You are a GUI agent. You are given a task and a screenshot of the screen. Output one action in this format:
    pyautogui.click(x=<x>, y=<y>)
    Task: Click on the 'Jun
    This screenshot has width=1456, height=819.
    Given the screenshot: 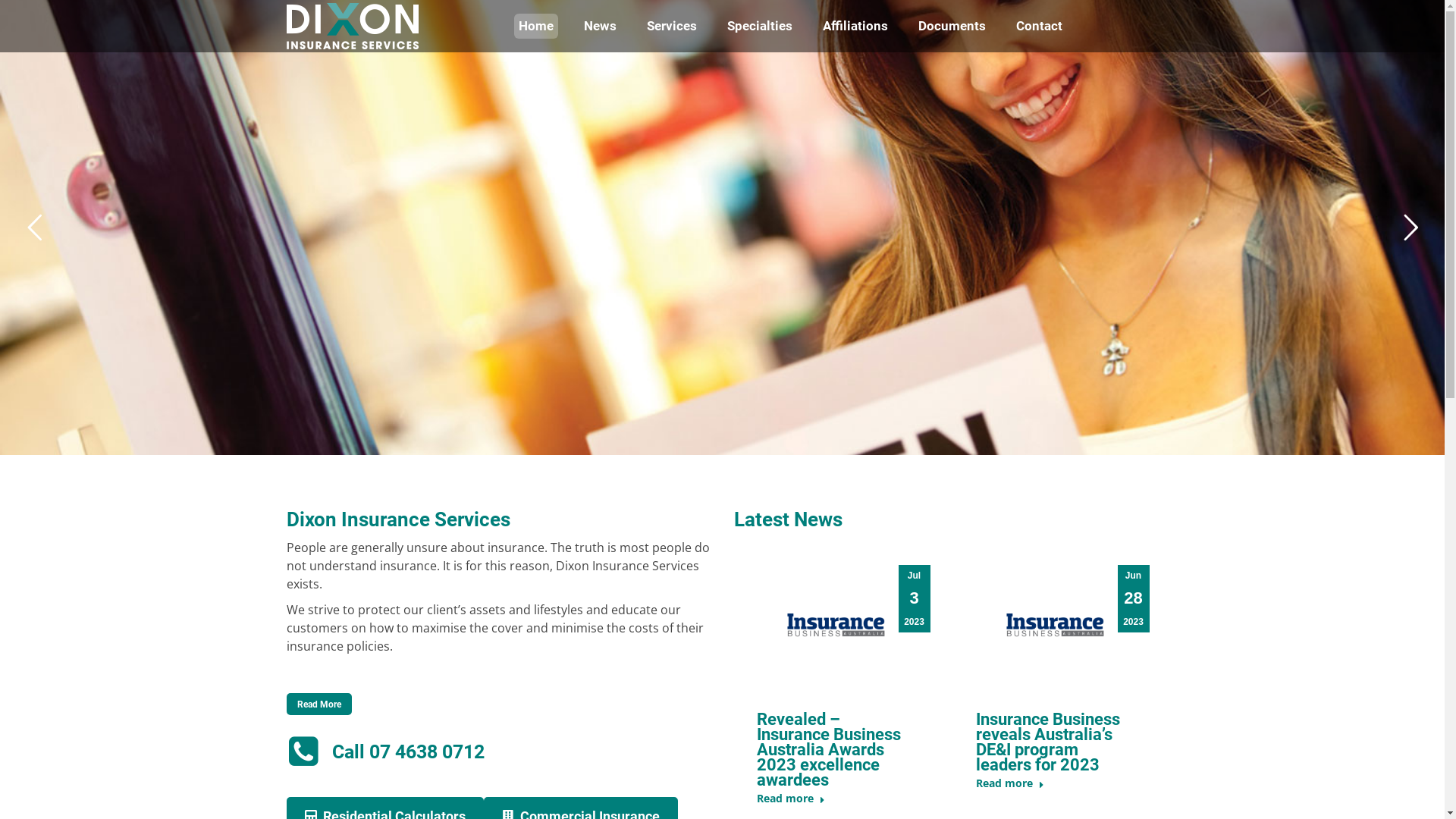 What is the action you would take?
    pyautogui.click(x=1133, y=598)
    